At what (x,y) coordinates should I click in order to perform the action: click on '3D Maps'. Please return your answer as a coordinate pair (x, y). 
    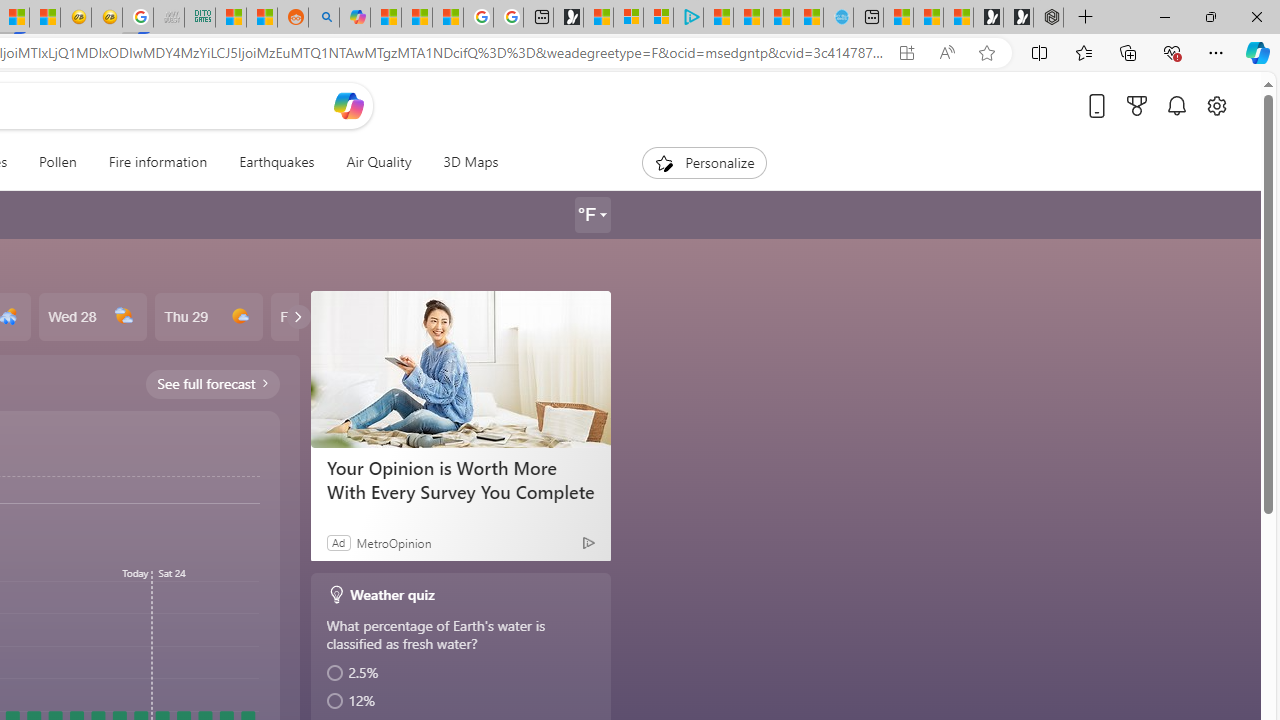
    Looking at the image, I should click on (470, 162).